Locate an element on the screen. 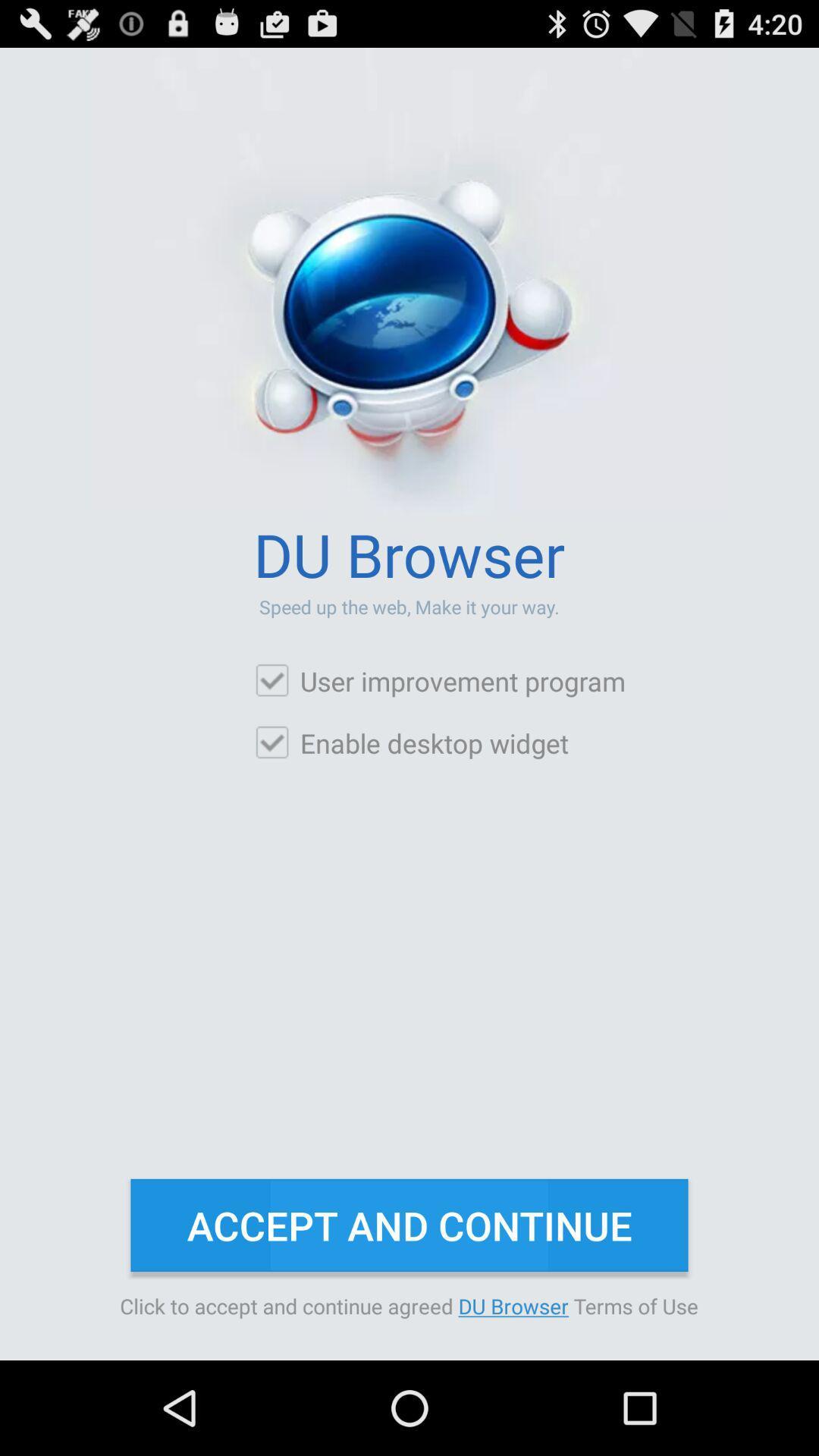  the checkbox below user improvement program checkbox is located at coordinates (411, 742).